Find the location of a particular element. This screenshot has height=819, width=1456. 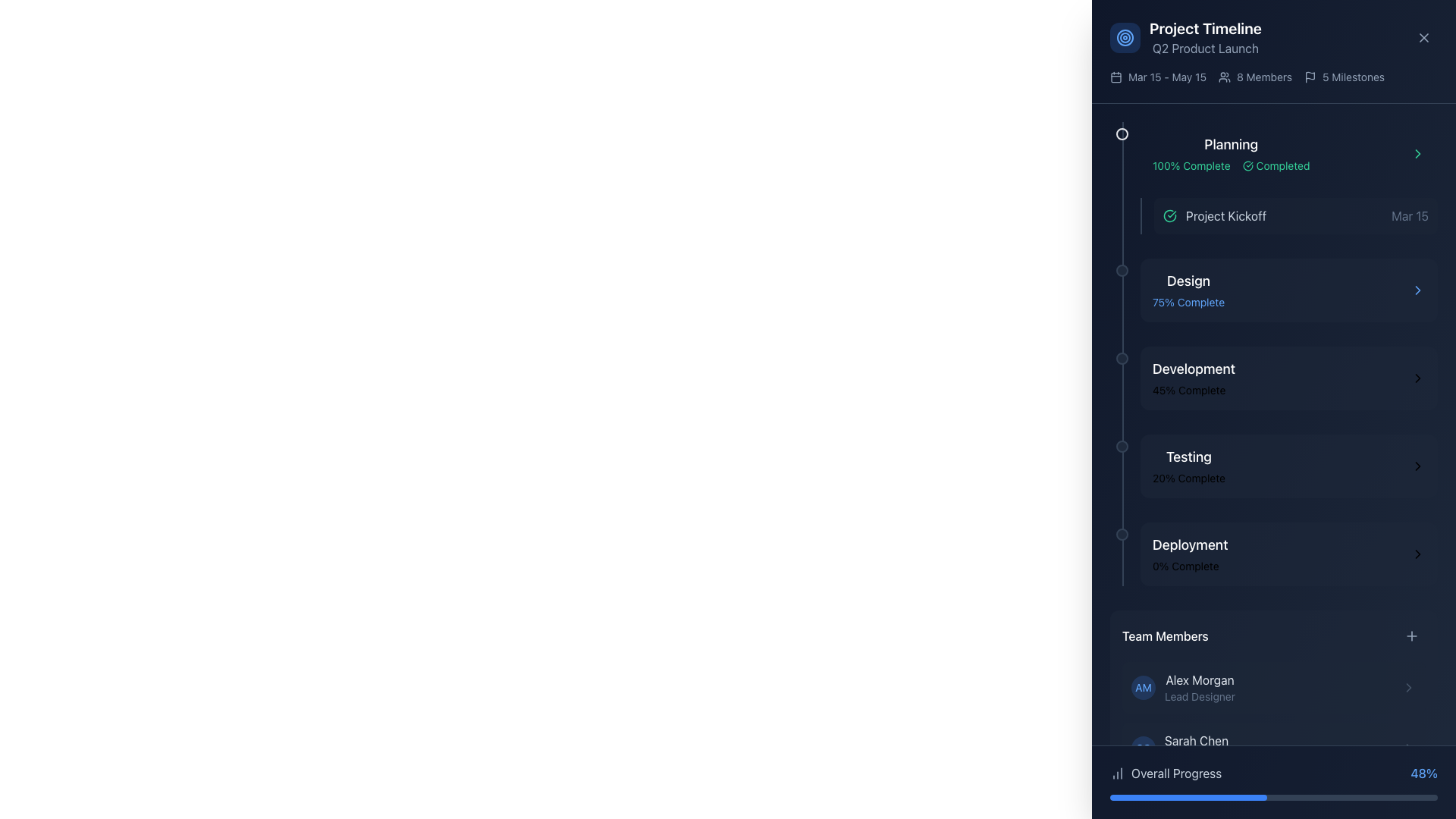

the 'Development' progress text label, which indicates the completion percentage of the project is located at coordinates (1188, 390).